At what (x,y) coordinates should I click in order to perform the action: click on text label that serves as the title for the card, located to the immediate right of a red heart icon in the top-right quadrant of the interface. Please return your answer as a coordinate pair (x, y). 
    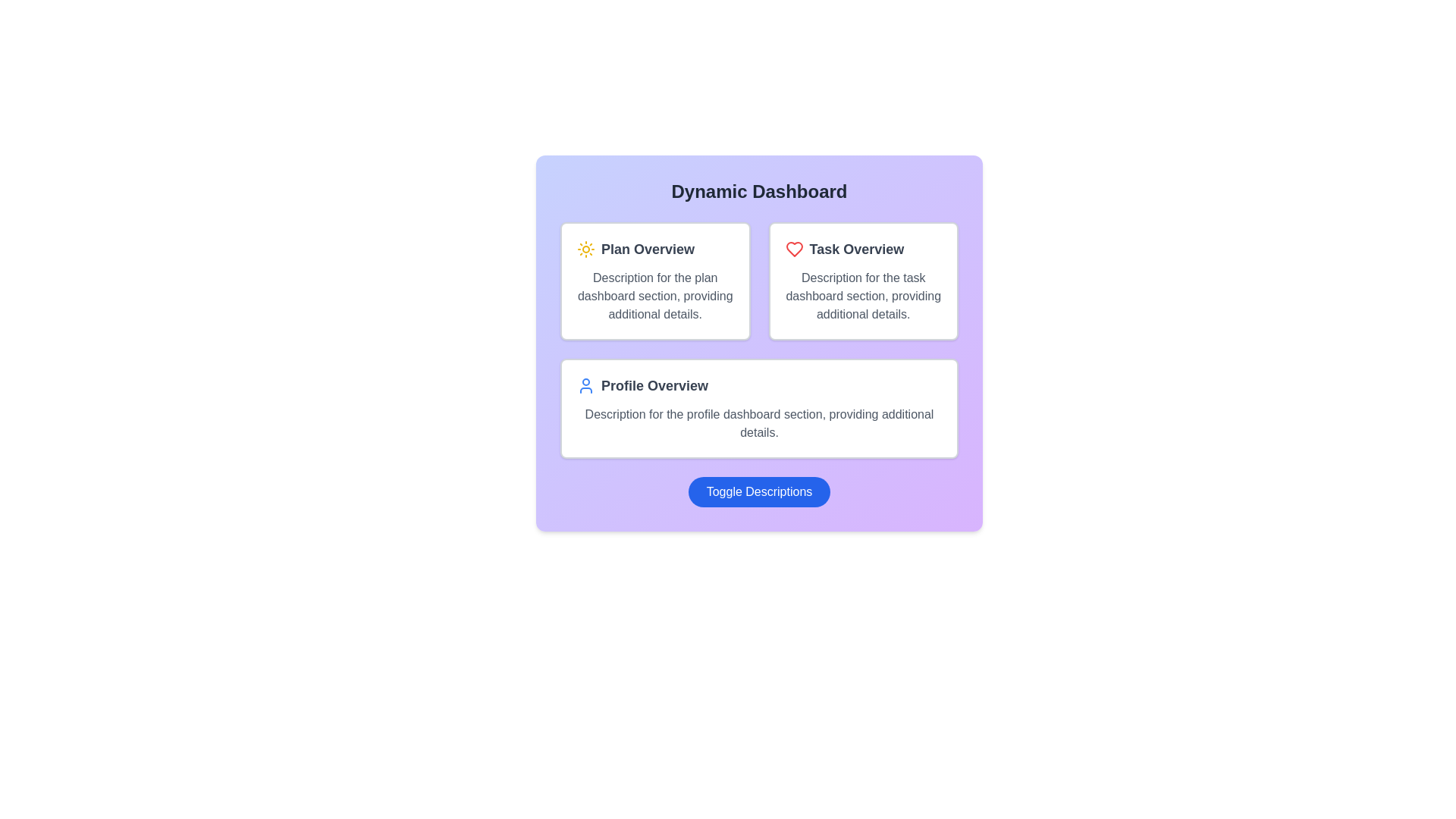
    Looking at the image, I should click on (856, 248).